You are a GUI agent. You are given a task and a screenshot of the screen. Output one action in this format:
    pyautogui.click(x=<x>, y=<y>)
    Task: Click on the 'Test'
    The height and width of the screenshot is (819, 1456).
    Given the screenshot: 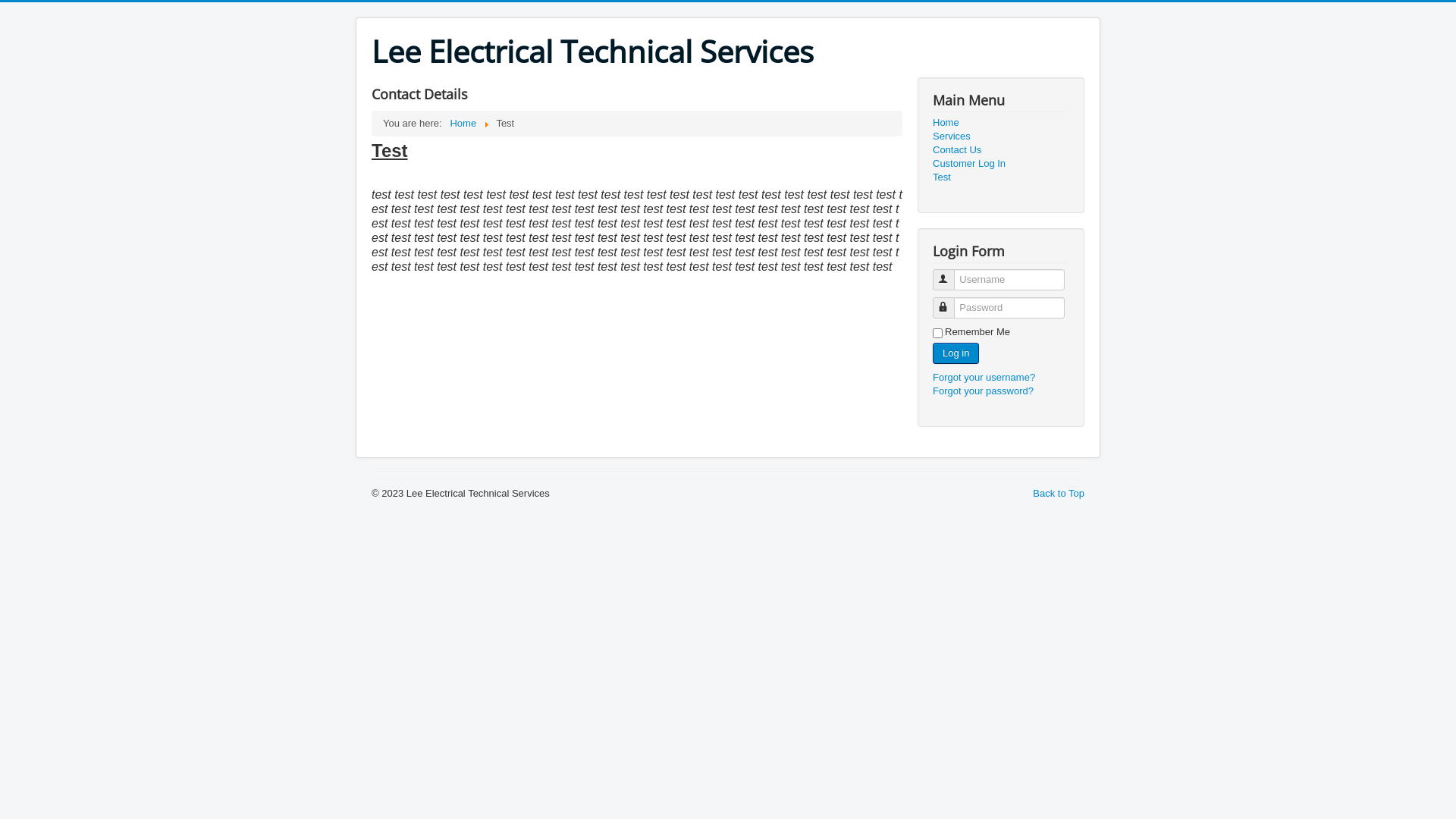 What is the action you would take?
    pyautogui.click(x=931, y=177)
    